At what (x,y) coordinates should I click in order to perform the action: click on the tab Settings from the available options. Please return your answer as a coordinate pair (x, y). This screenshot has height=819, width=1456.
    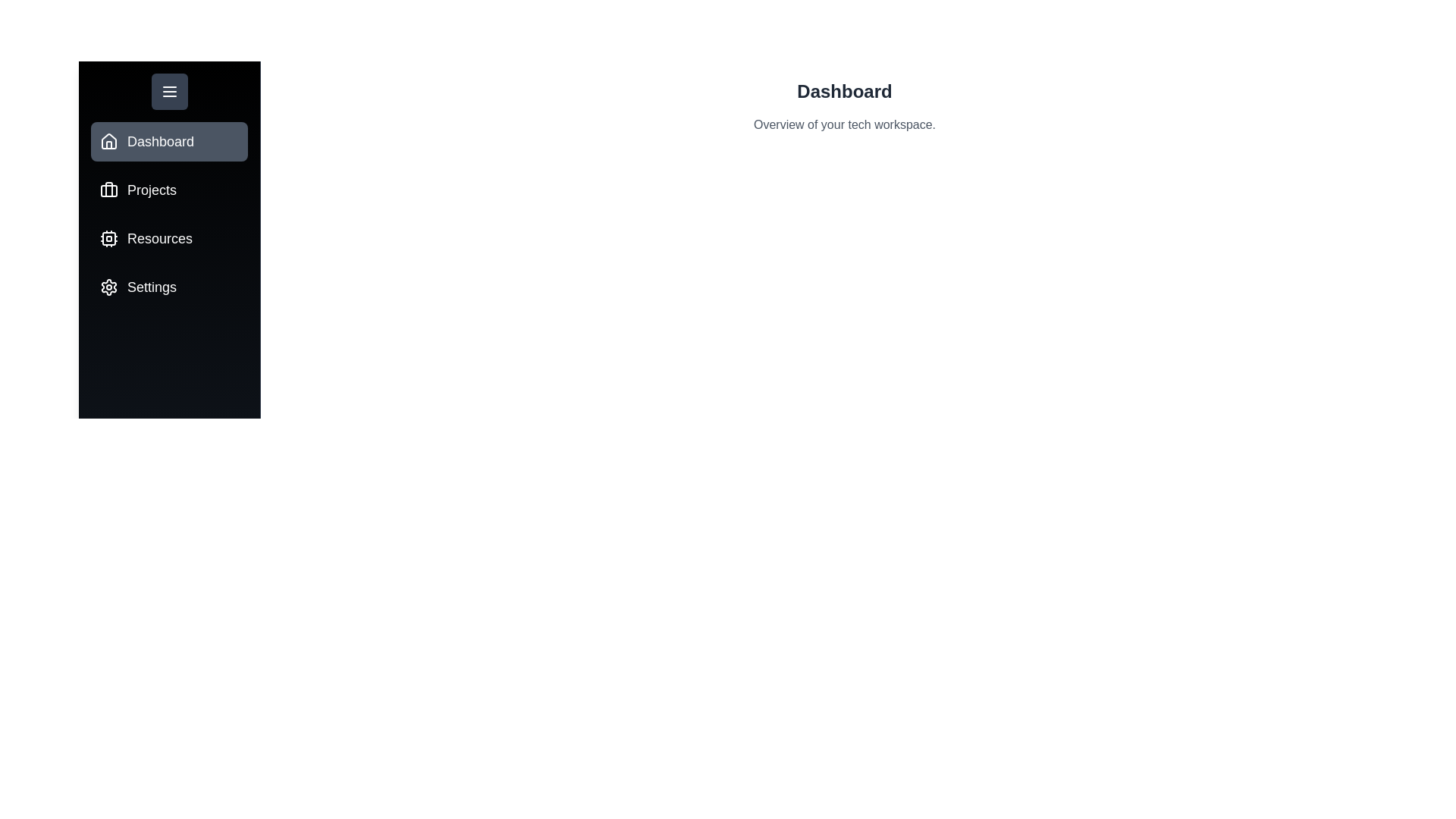
    Looking at the image, I should click on (169, 287).